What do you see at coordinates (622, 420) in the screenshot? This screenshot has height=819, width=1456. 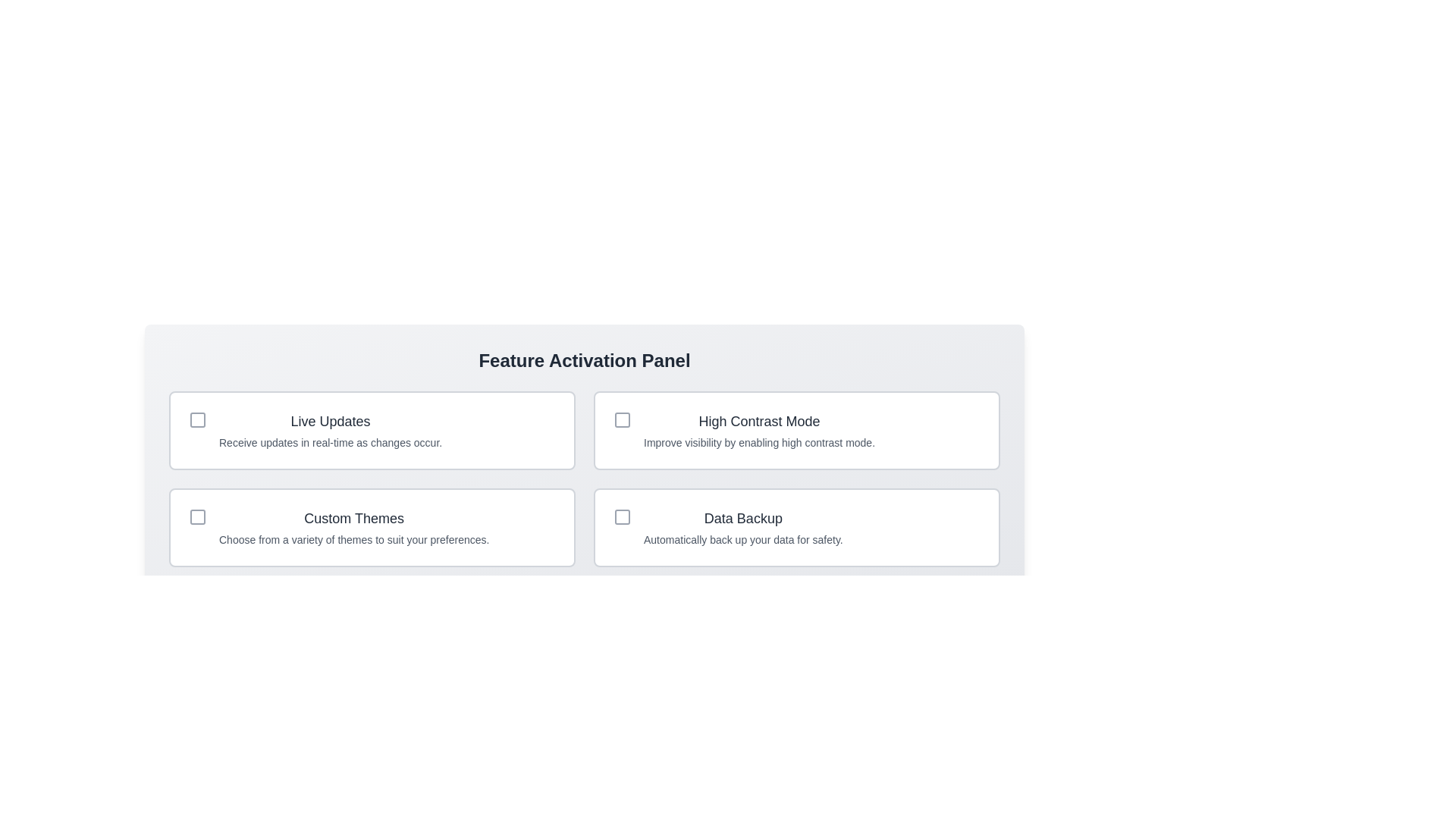 I see `the first checkbox in the 'High Contrast Mode' section` at bounding box center [622, 420].